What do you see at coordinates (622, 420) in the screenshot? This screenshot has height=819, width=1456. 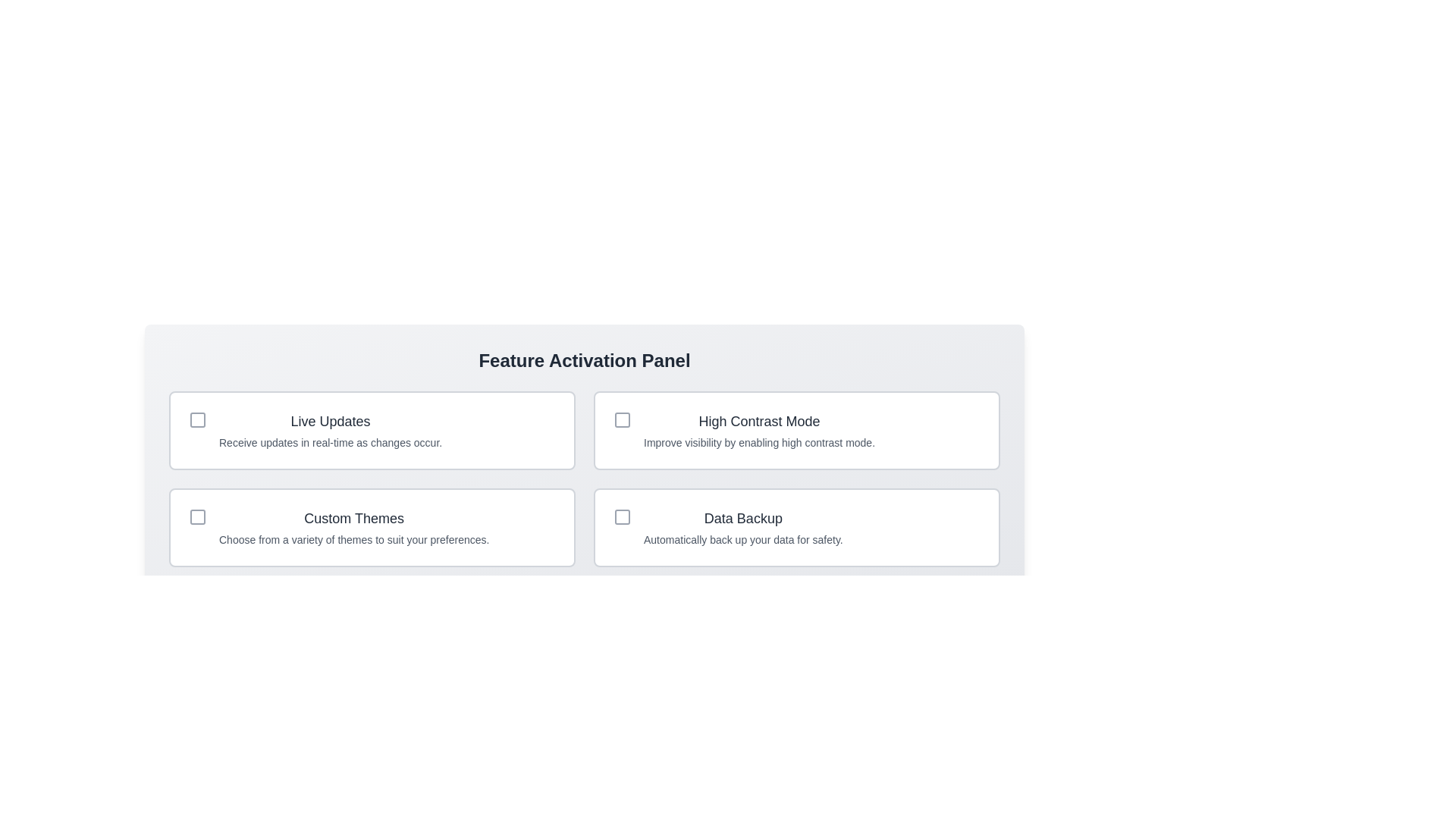 I see `the first checkbox in the 'High Contrast Mode' section` at bounding box center [622, 420].